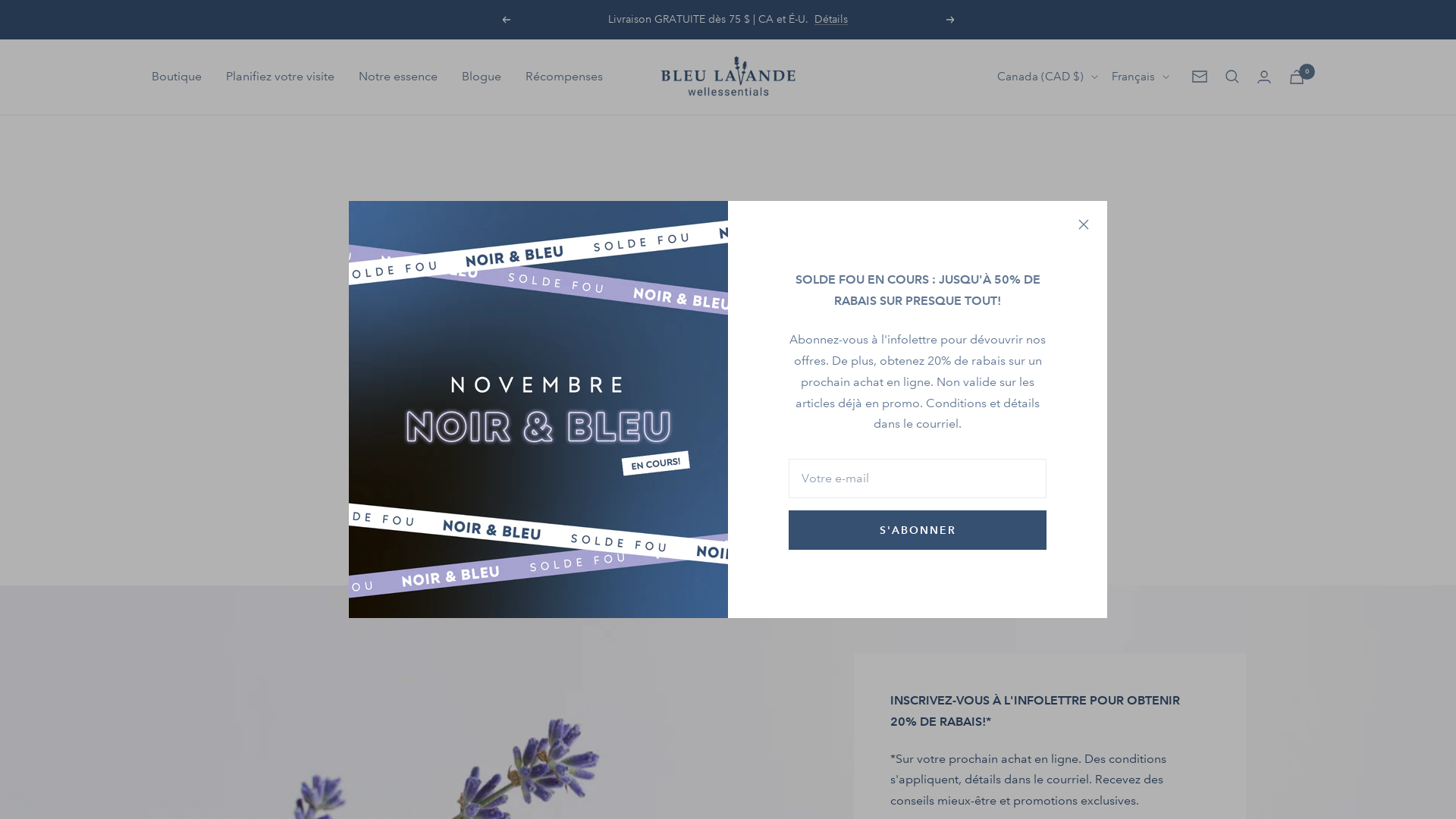  What do you see at coordinates (1046, 77) in the screenshot?
I see `'Canada (CAD $)'` at bounding box center [1046, 77].